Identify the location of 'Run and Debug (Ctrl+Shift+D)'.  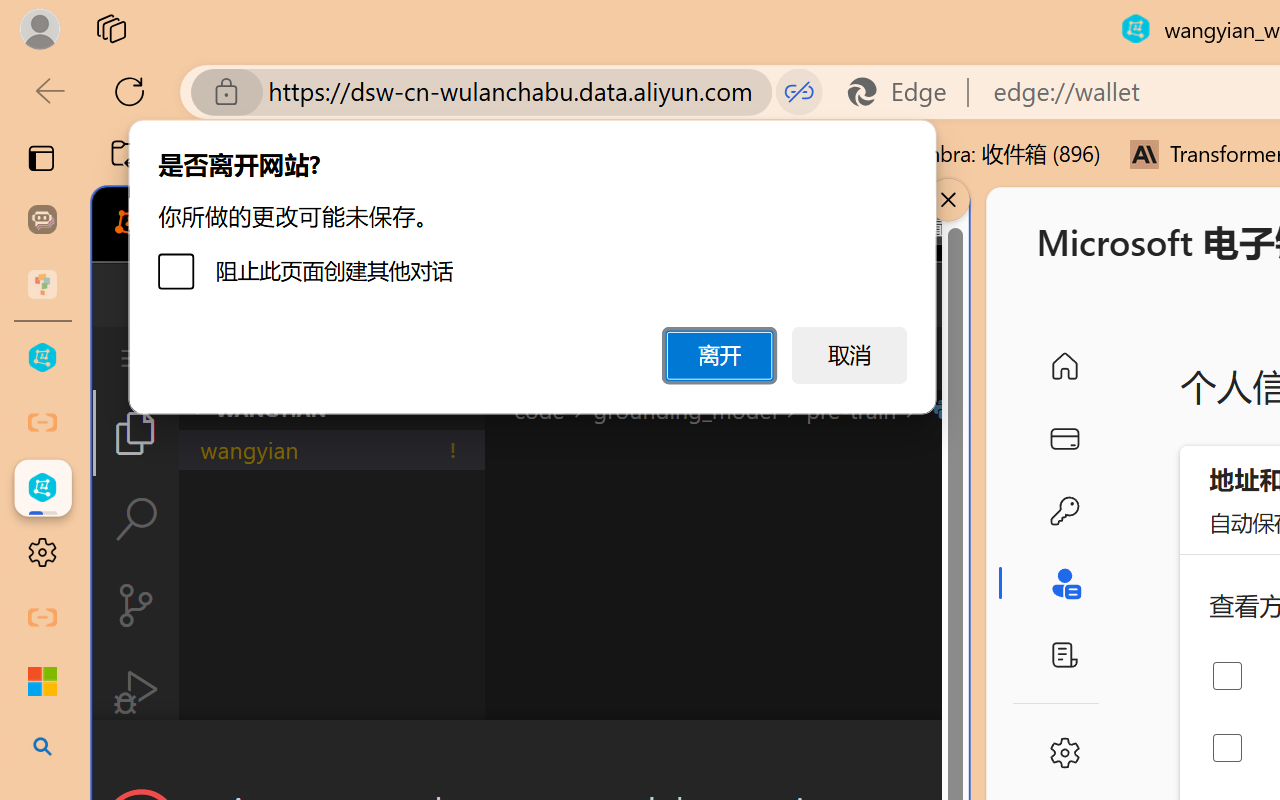
(134, 692).